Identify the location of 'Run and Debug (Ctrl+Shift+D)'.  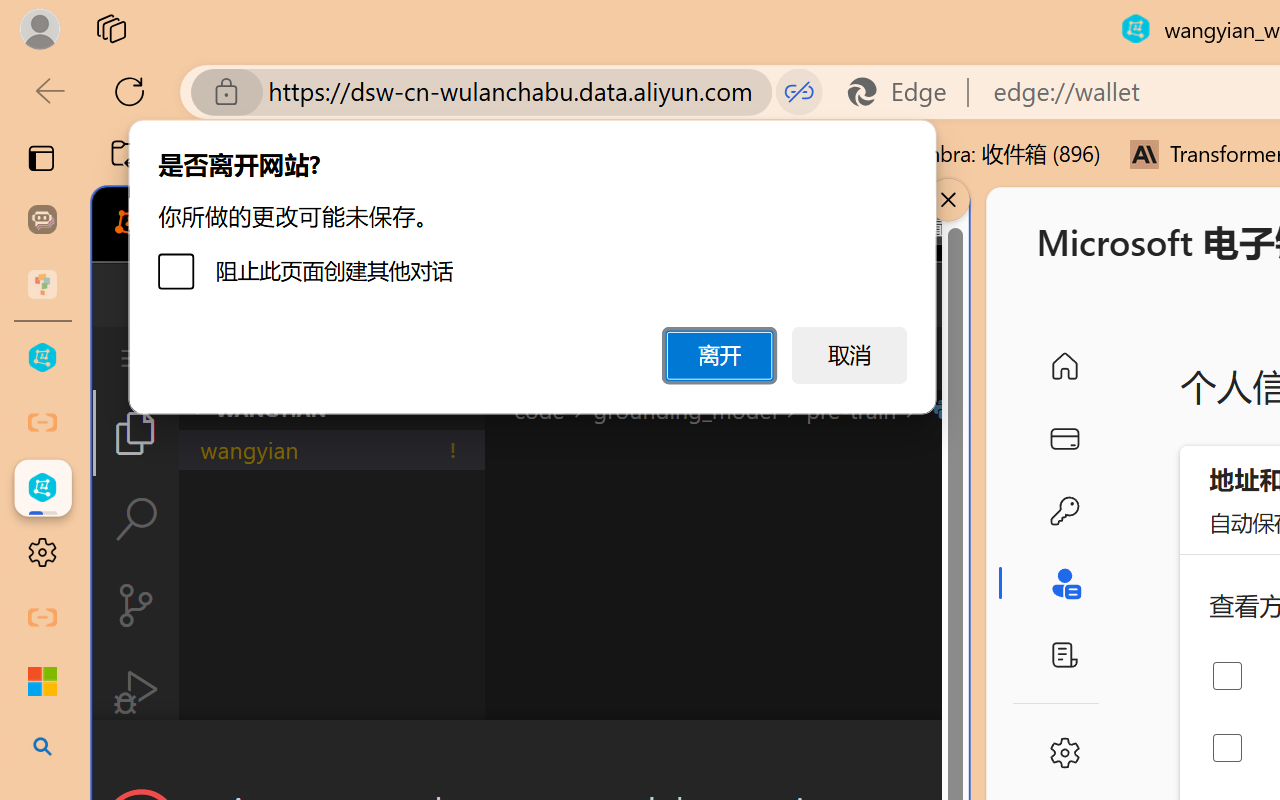
(134, 692).